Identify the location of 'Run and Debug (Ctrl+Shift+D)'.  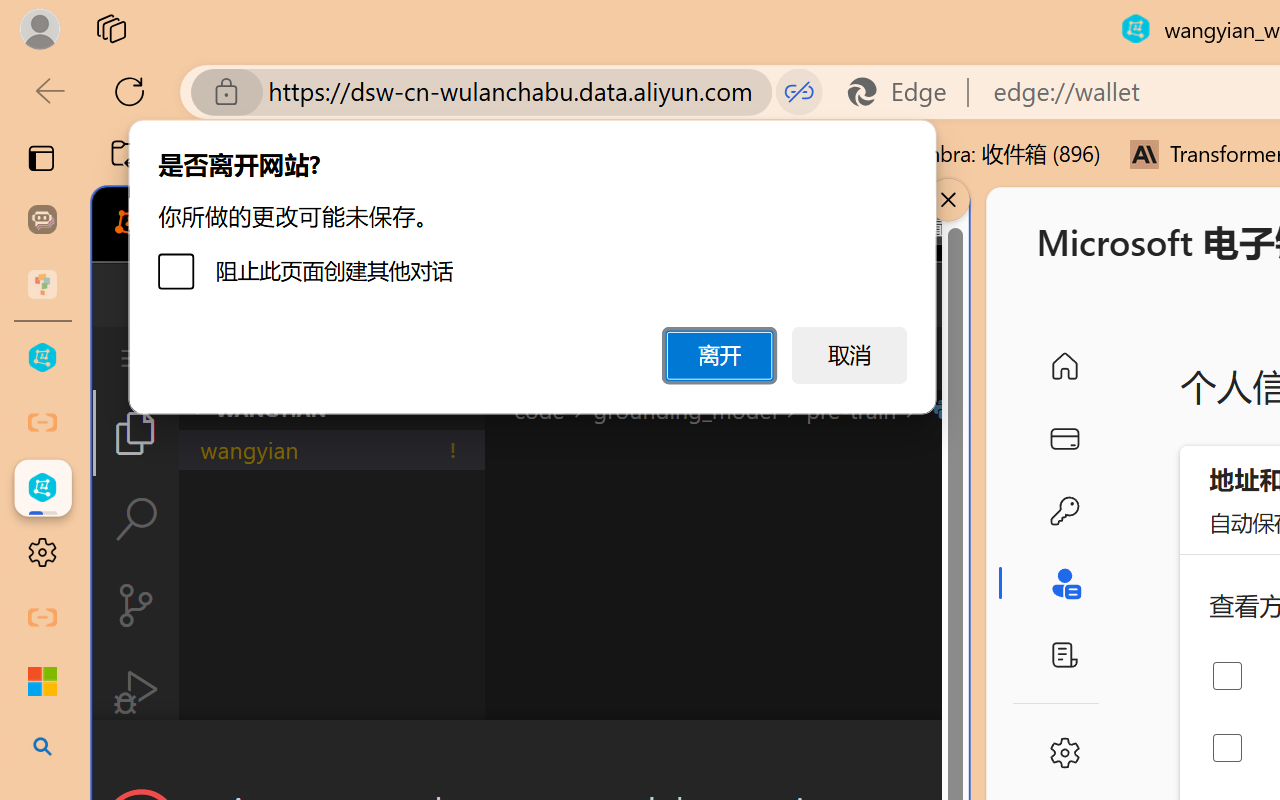
(134, 692).